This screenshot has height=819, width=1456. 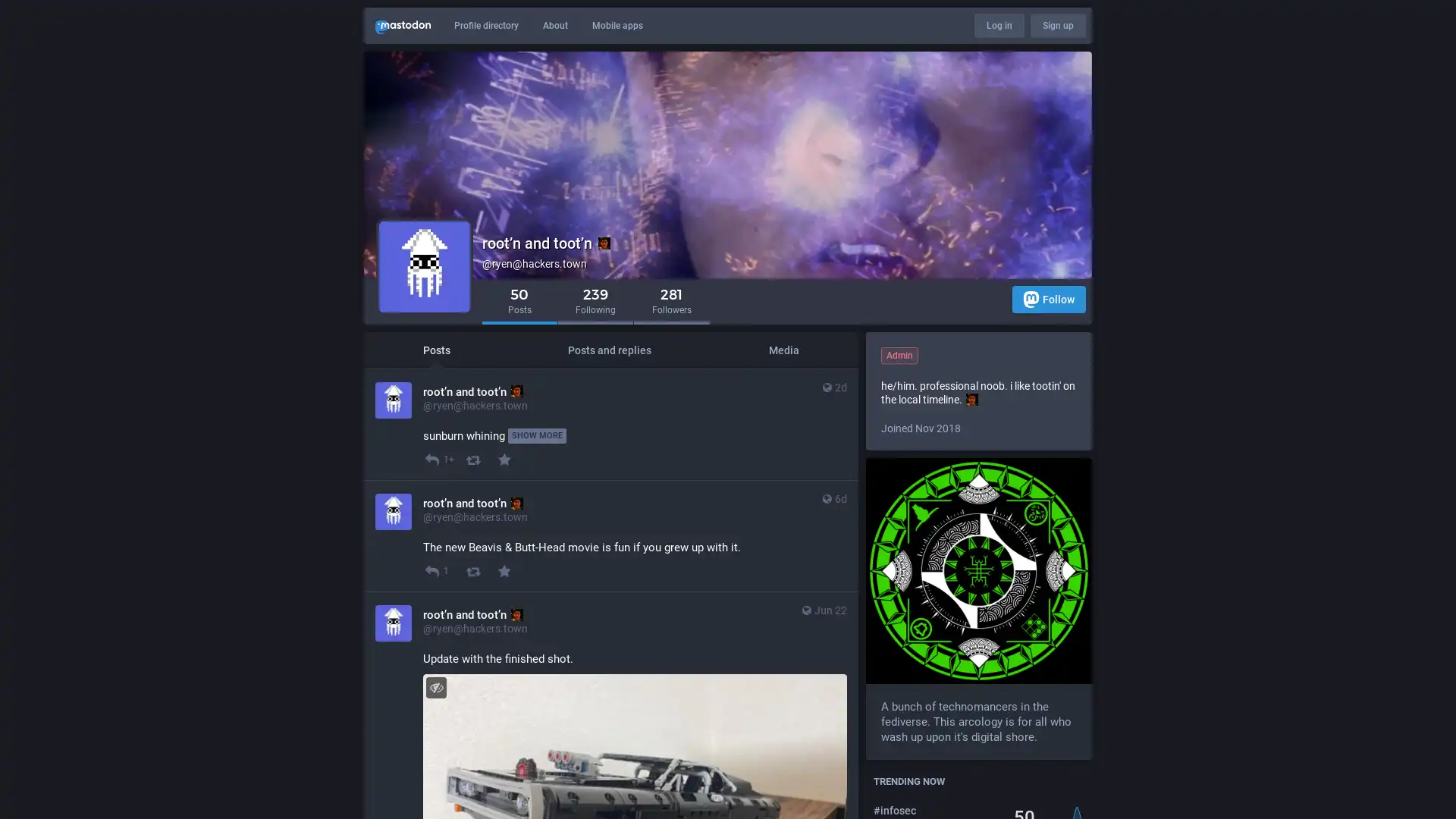 I want to click on SHOW MORE, so click(x=537, y=435).